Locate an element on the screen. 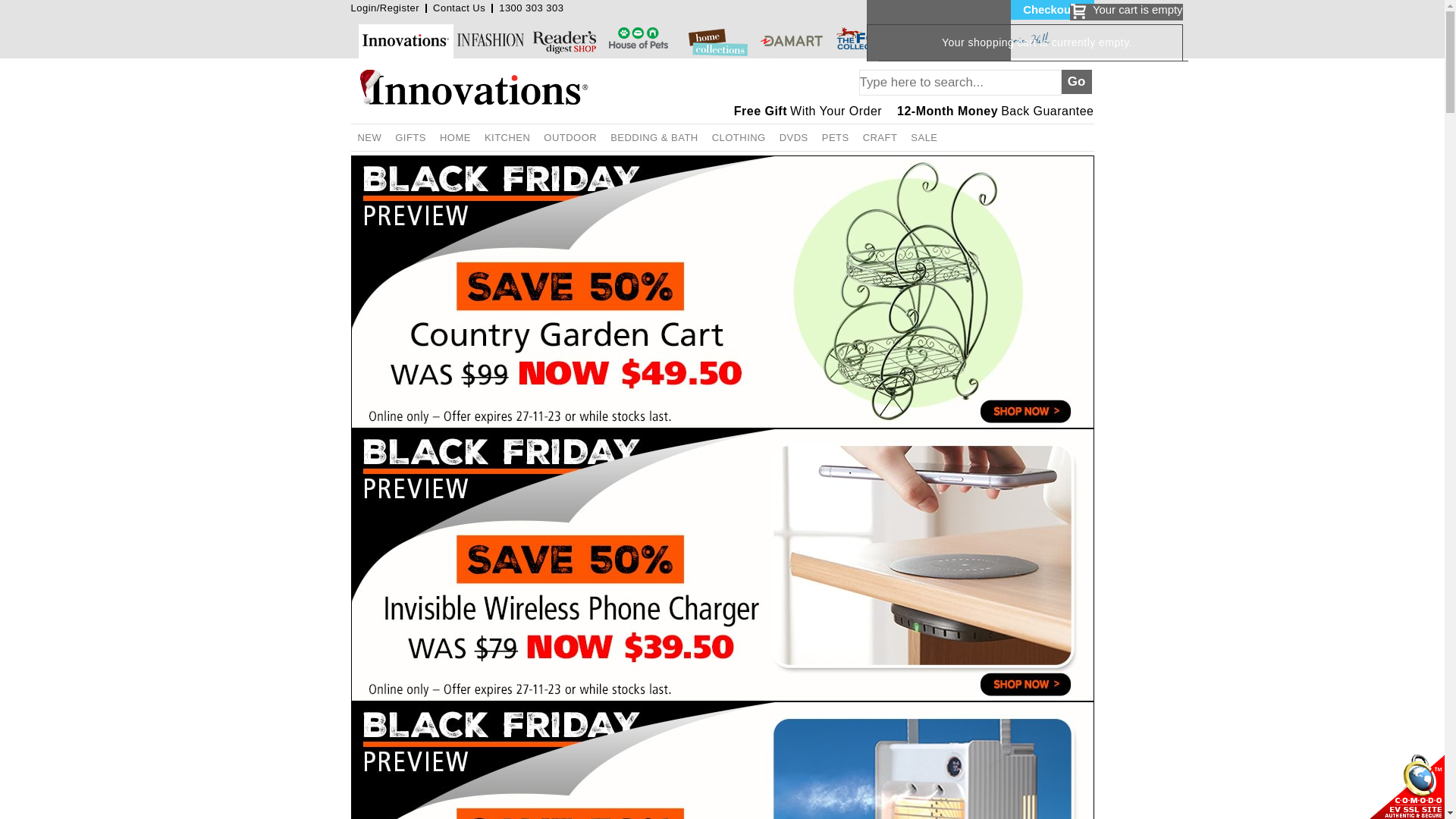 The width and height of the screenshot is (1456, 819). 'DVDS' is located at coordinates (792, 137).